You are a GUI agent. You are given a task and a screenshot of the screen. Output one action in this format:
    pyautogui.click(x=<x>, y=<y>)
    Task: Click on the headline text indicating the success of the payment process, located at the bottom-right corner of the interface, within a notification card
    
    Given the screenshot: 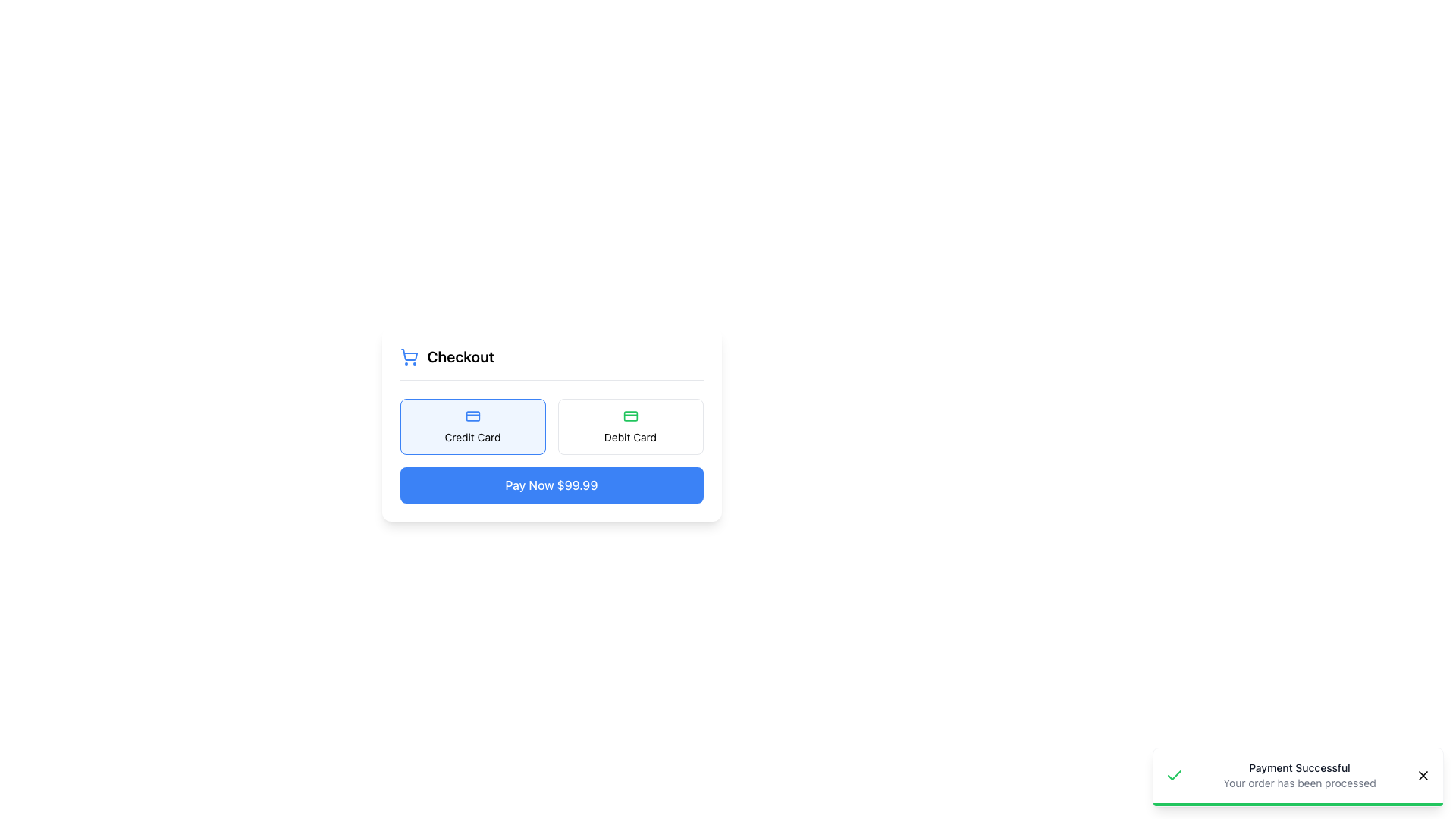 What is the action you would take?
    pyautogui.click(x=1298, y=768)
    